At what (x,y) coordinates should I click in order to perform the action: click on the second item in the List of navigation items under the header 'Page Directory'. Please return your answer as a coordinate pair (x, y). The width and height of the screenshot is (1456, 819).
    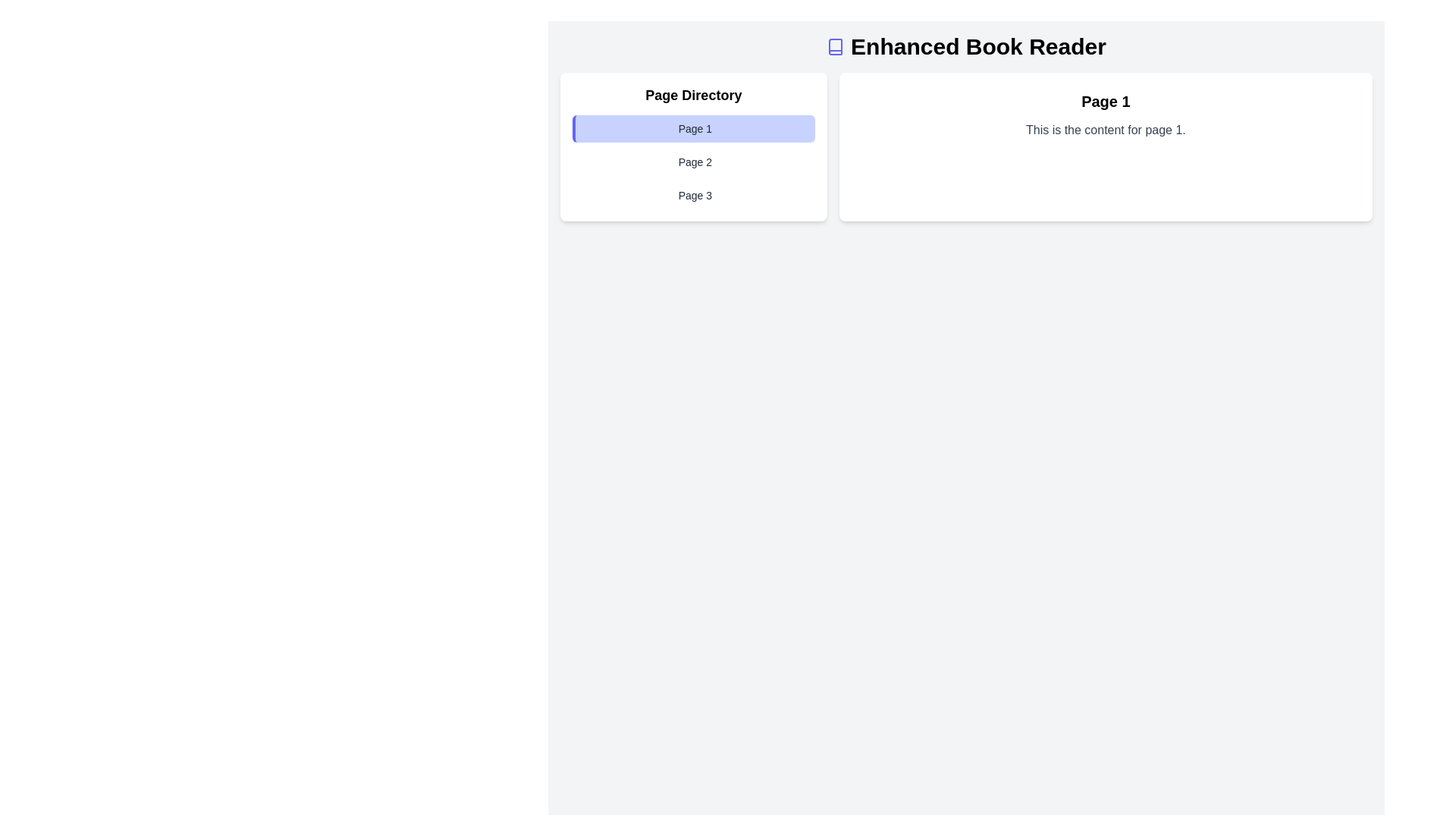
    Looking at the image, I should click on (692, 162).